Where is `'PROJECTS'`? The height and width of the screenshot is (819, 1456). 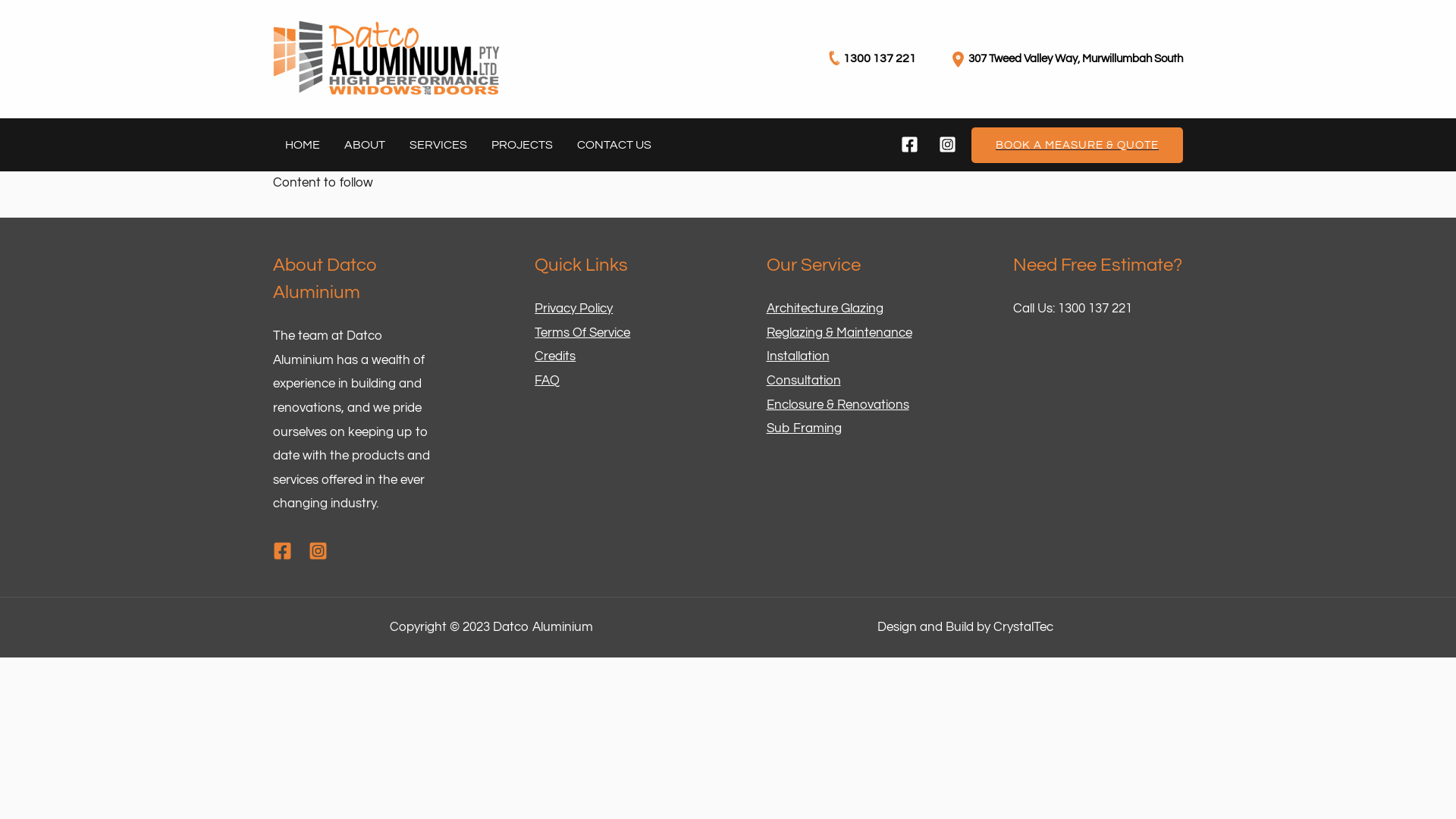
'PROJECTS' is located at coordinates (522, 145).